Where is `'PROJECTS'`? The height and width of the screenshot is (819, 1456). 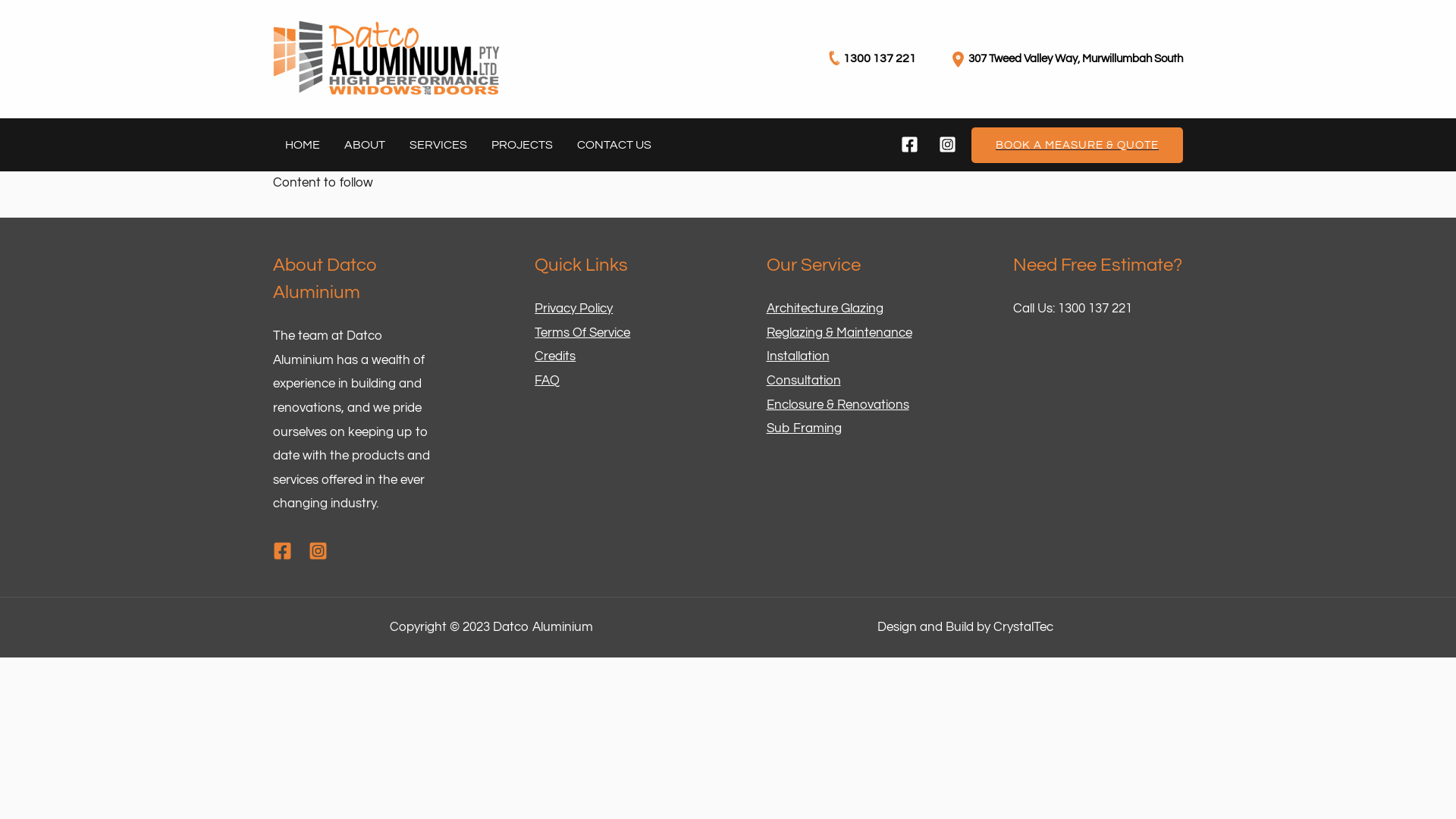
'PROJECTS' is located at coordinates (522, 145).